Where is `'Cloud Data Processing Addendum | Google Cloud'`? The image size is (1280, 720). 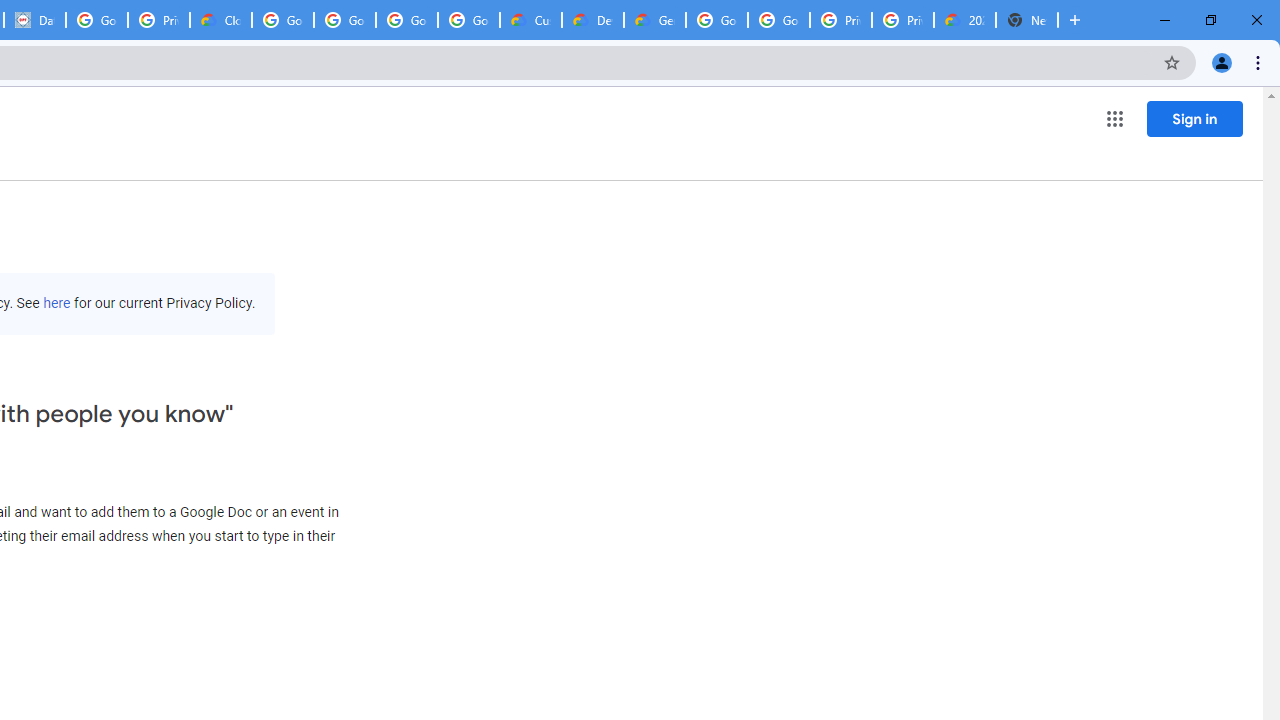
'Cloud Data Processing Addendum | Google Cloud' is located at coordinates (220, 20).